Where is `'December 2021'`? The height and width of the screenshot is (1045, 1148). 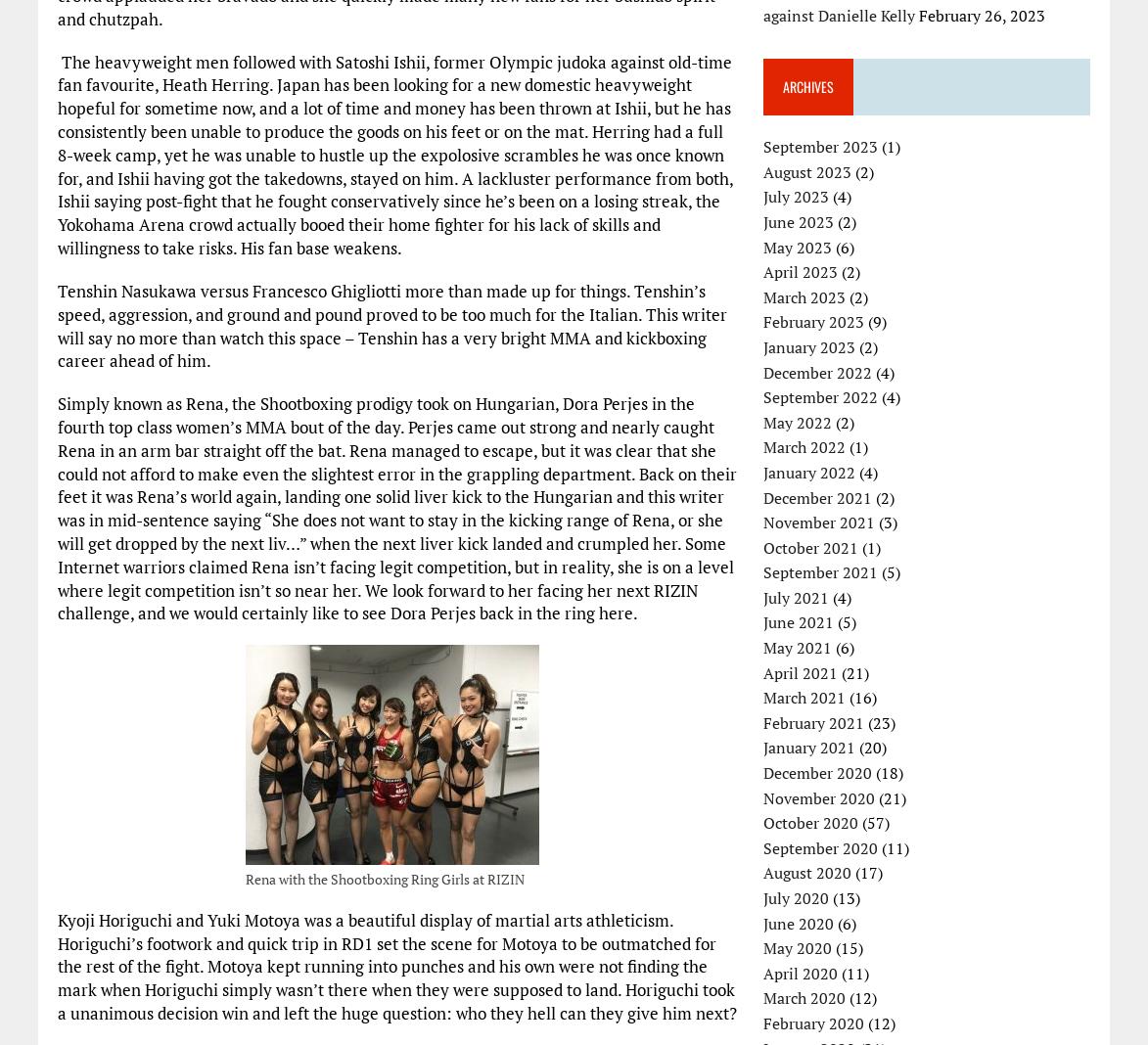 'December 2021' is located at coordinates (817, 497).